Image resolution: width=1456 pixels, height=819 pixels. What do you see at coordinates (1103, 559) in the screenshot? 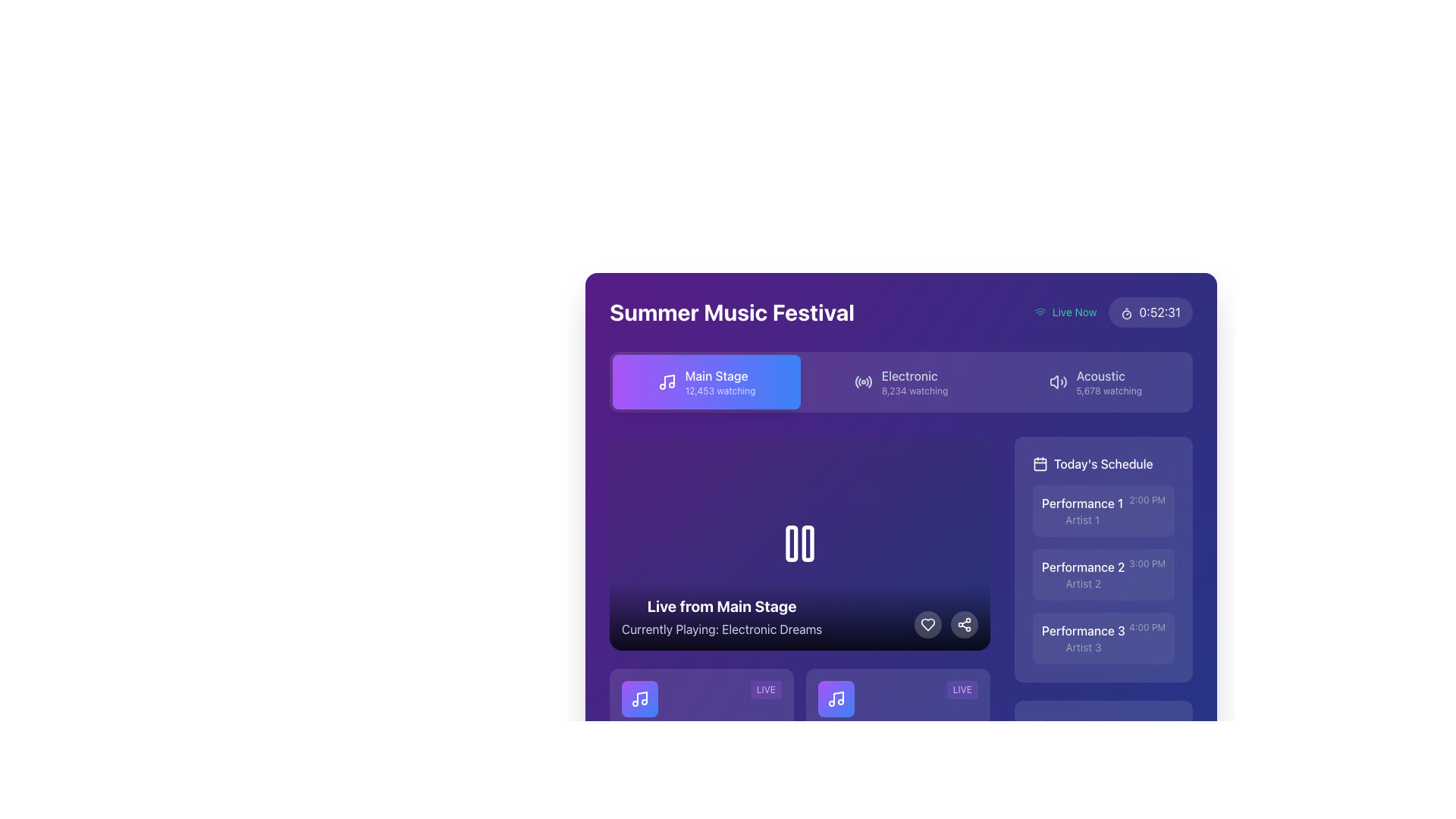
I see `the non-interactive informational card titled 'Today's Schedule', which contains performance details, located in the right column of the interface` at bounding box center [1103, 559].